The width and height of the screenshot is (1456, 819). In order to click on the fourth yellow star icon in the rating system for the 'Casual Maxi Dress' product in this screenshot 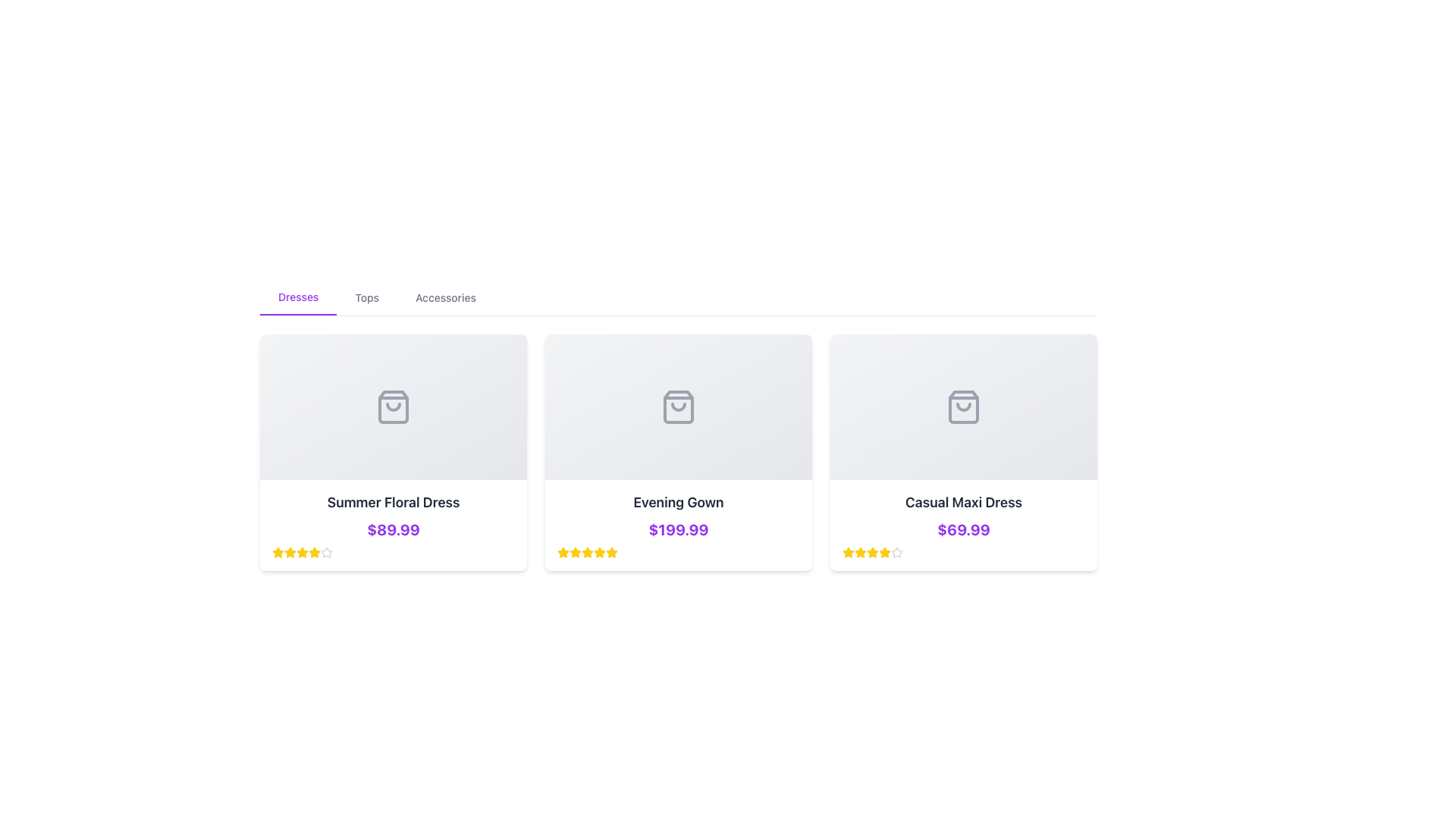, I will do `click(873, 553)`.